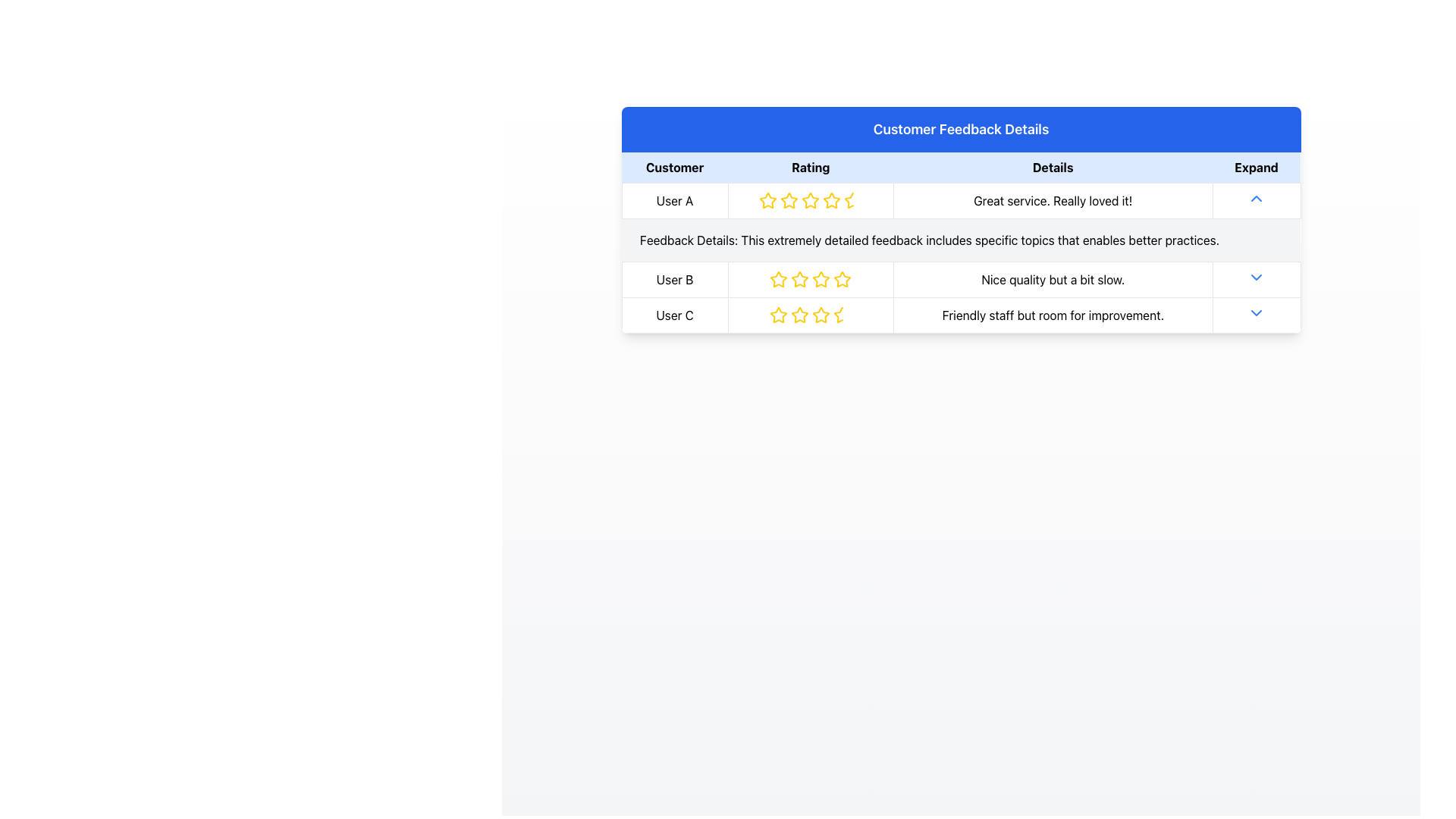 The image size is (1456, 819). Describe the element at coordinates (799, 314) in the screenshot. I see `the fourth yellow star icon in the rating column for User C to adjust the rating` at that location.